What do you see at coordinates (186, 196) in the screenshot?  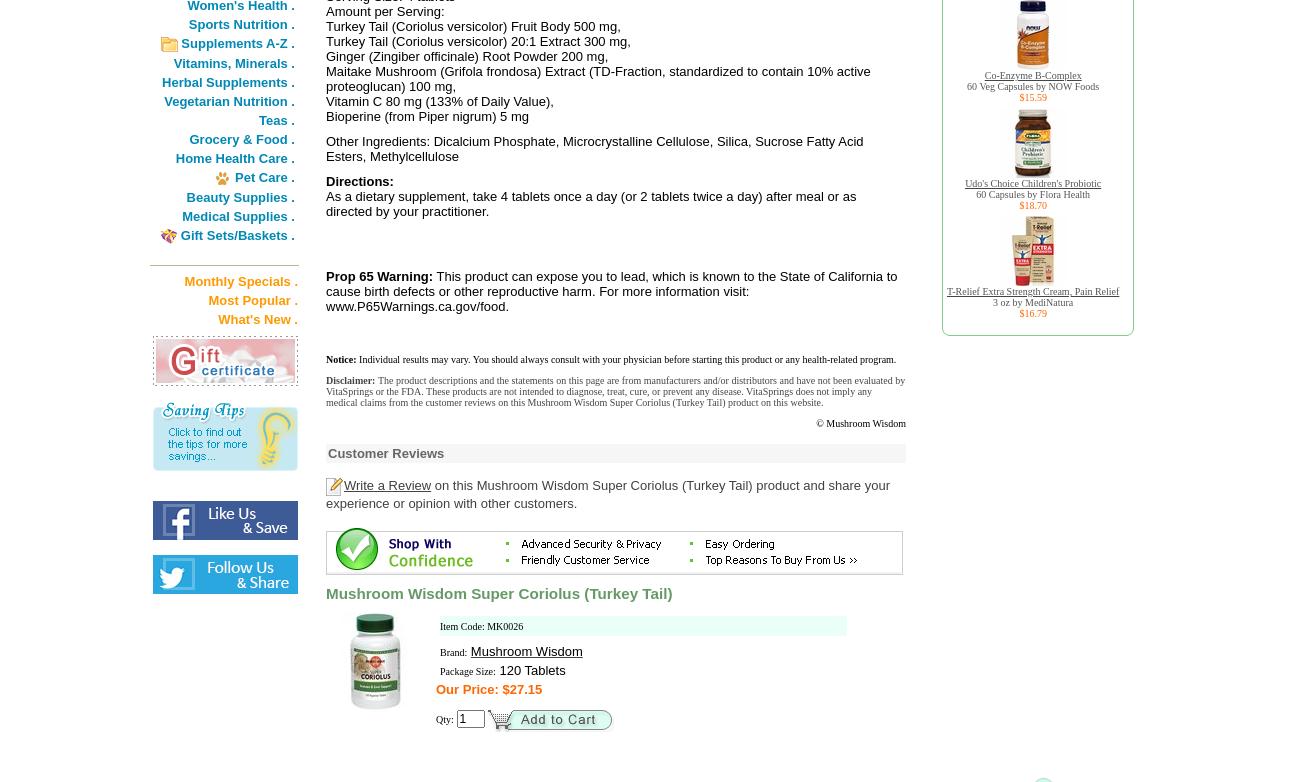 I see `'Beauty 
            Supplies .'` at bounding box center [186, 196].